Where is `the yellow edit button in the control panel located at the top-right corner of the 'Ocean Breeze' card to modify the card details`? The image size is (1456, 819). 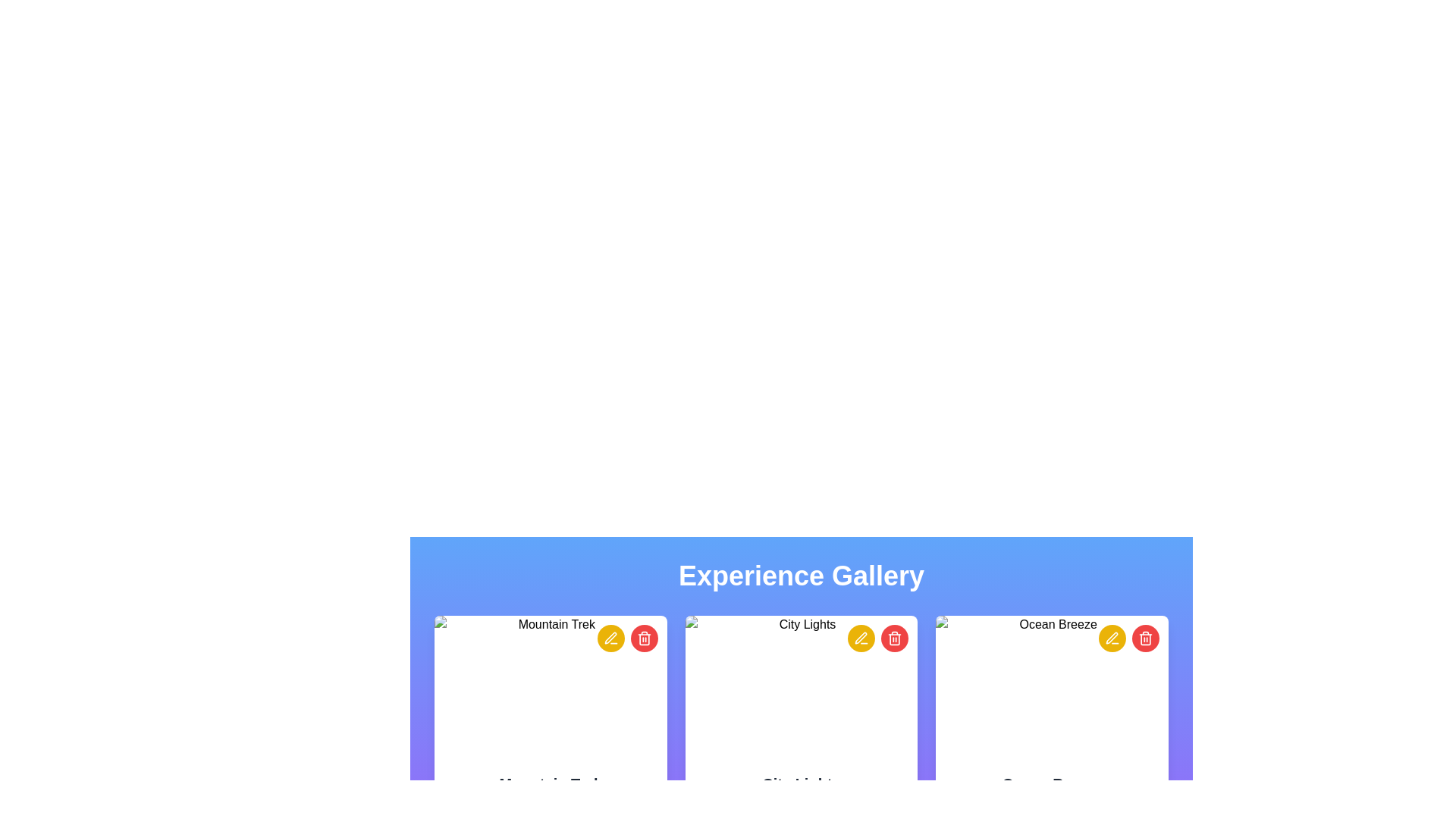
the yellow edit button in the control panel located at the top-right corner of the 'Ocean Breeze' card to modify the card details is located at coordinates (1128, 638).